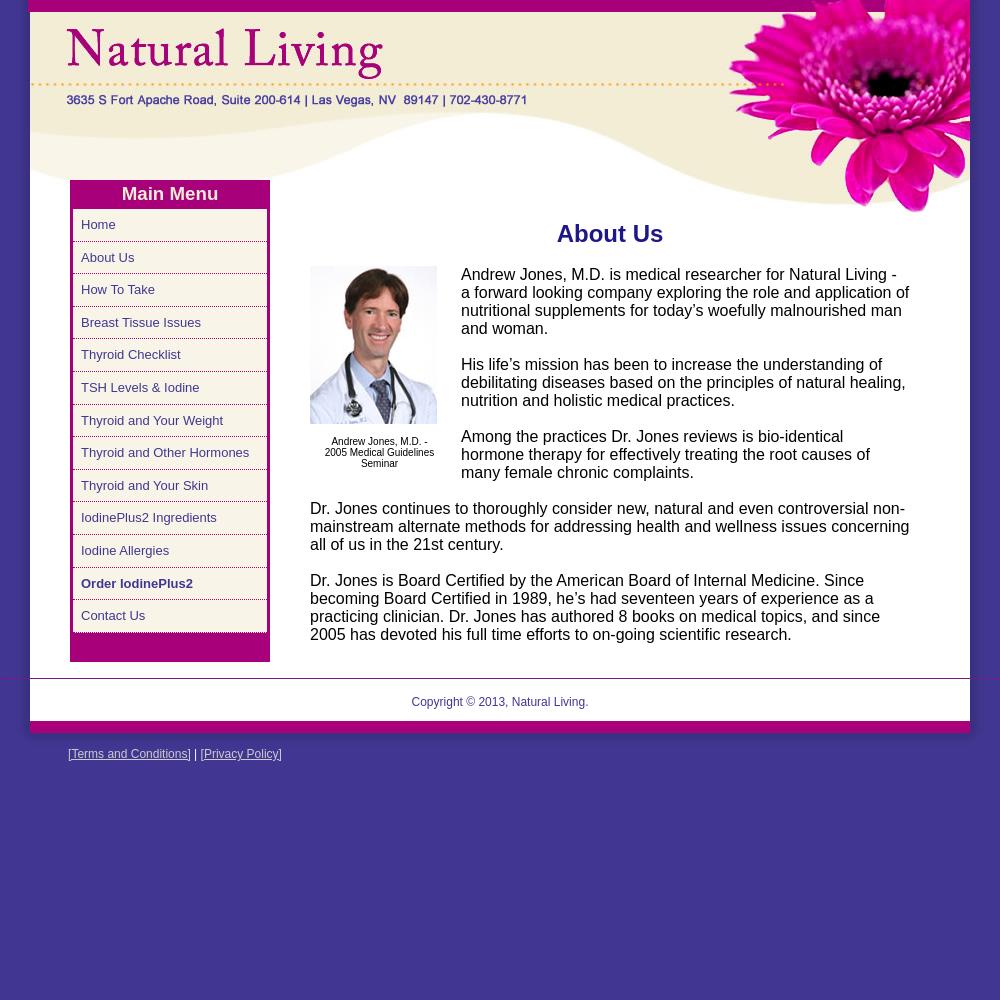 The width and height of the screenshot is (1000, 1000). I want to click on 'Dr. Jones continues to thoroughly consider new, natural and even controversial non-mainstream alternate methods for addressing health and wellness issues concerning all of us in the 21st century.', so click(608, 526).